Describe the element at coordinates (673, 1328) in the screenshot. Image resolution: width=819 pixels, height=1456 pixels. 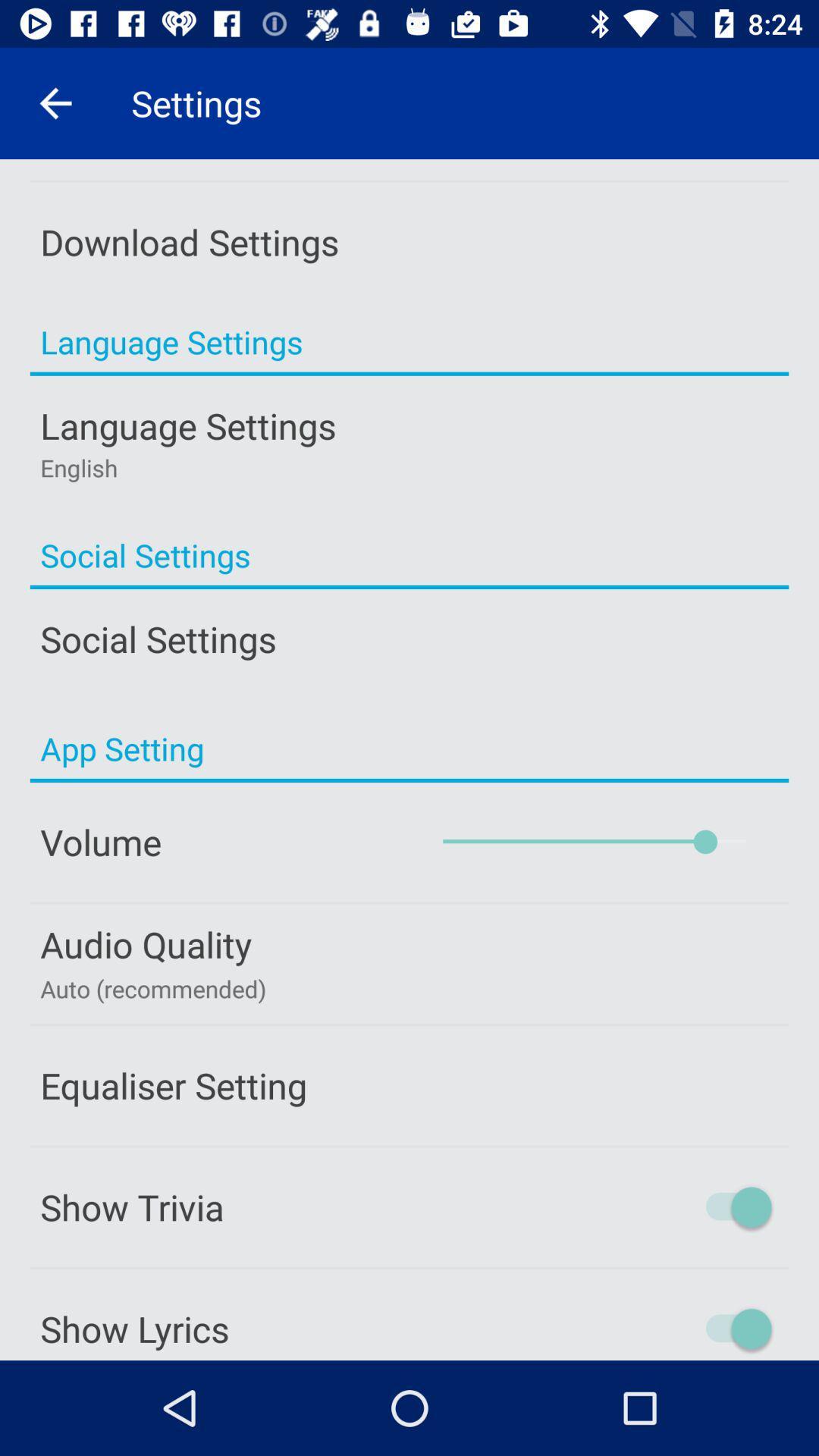
I see `item next to show lyrics icon` at that location.